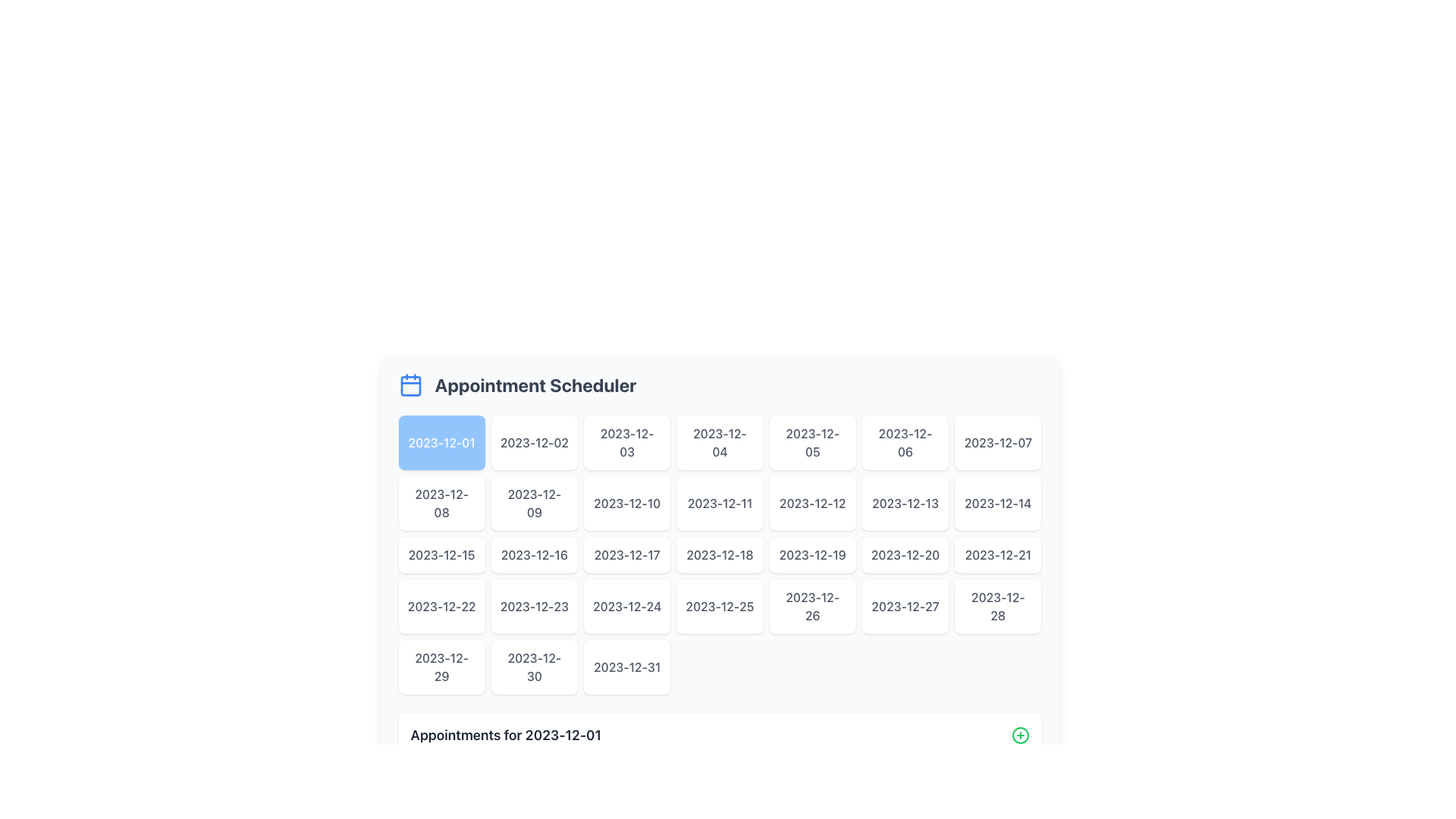  I want to click on the highlighted date cell in the grid layout of the 'Appointment Scheduler' to emphasize it, so click(719, 555).